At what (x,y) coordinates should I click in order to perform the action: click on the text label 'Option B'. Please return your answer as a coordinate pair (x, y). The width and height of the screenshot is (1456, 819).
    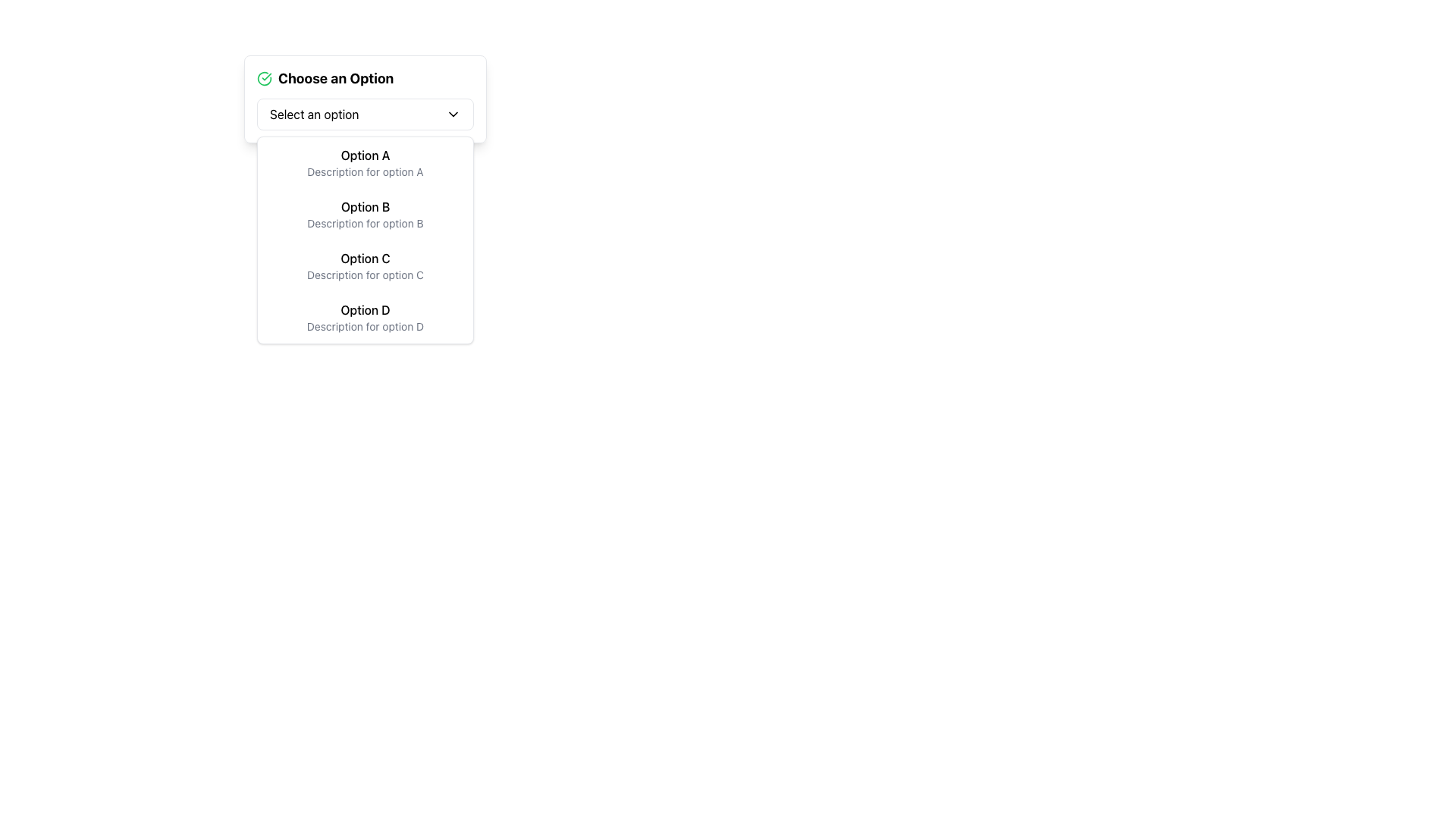
    Looking at the image, I should click on (365, 207).